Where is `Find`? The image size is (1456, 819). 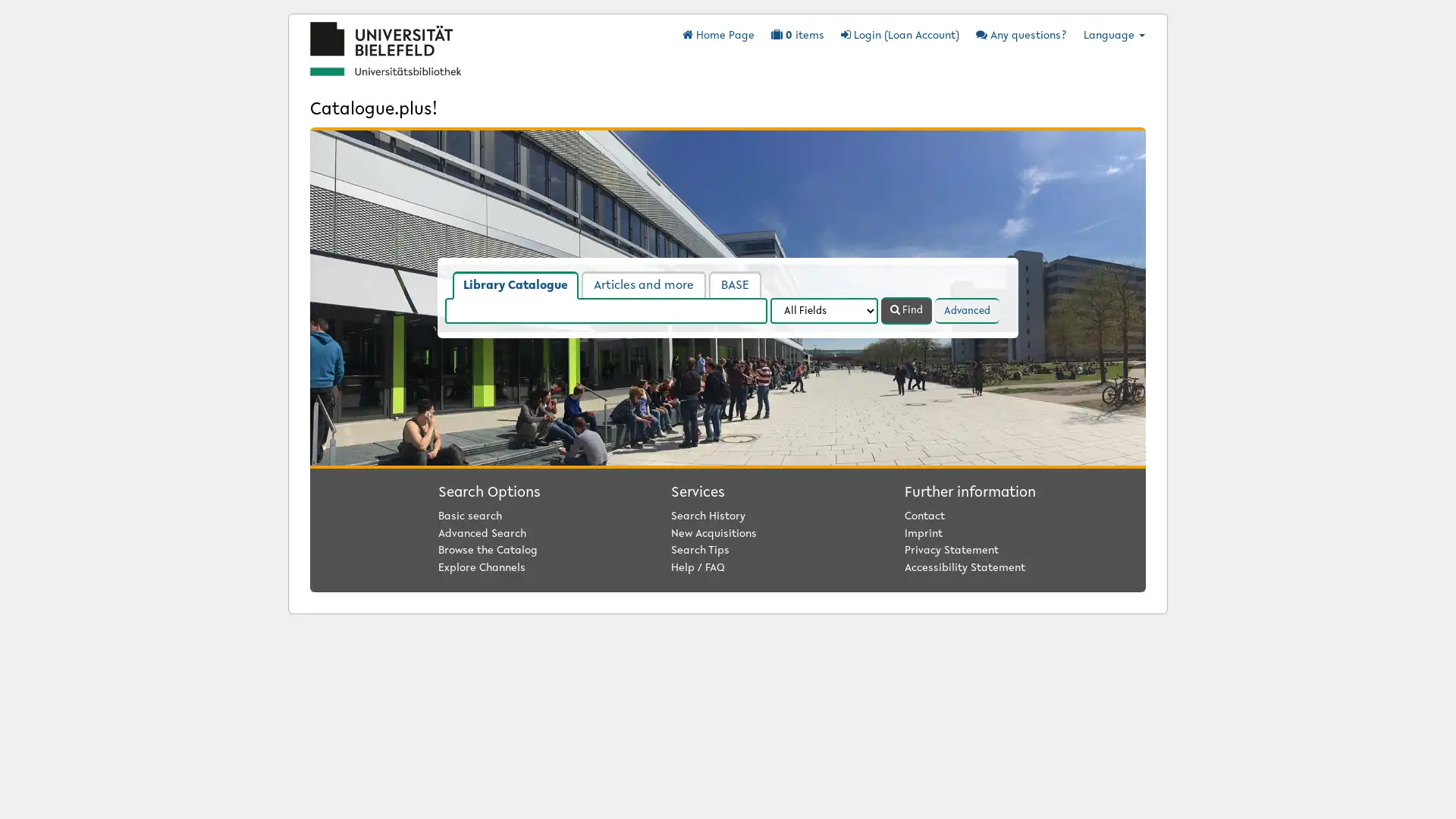 Find is located at coordinates (906, 309).